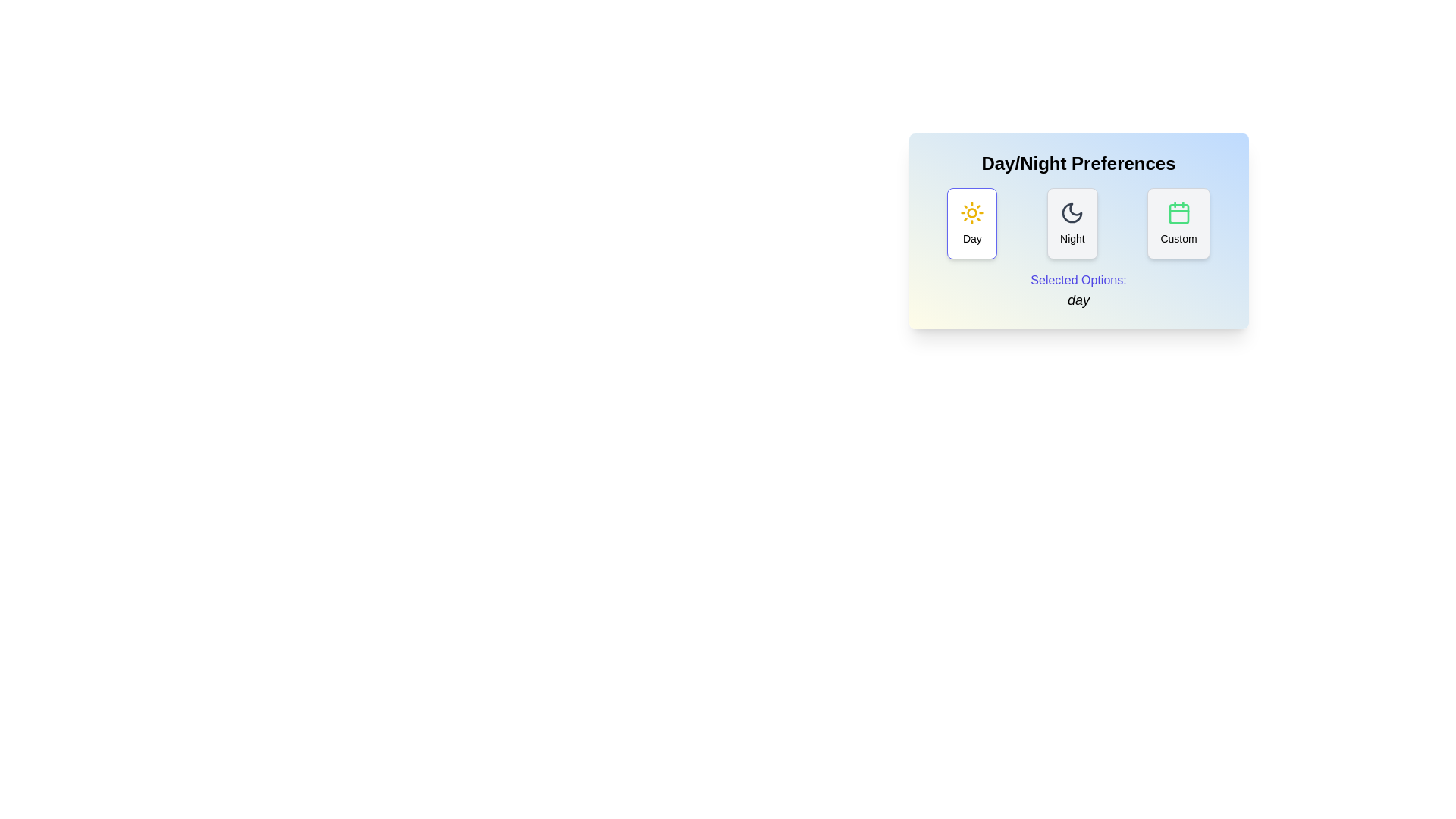 The image size is (1456, 819). What do you see at coordinates (1178, 223) in the screenshot?
I see `the 'Custom' button to toggle its selection` at bounding box center [1178, 223].